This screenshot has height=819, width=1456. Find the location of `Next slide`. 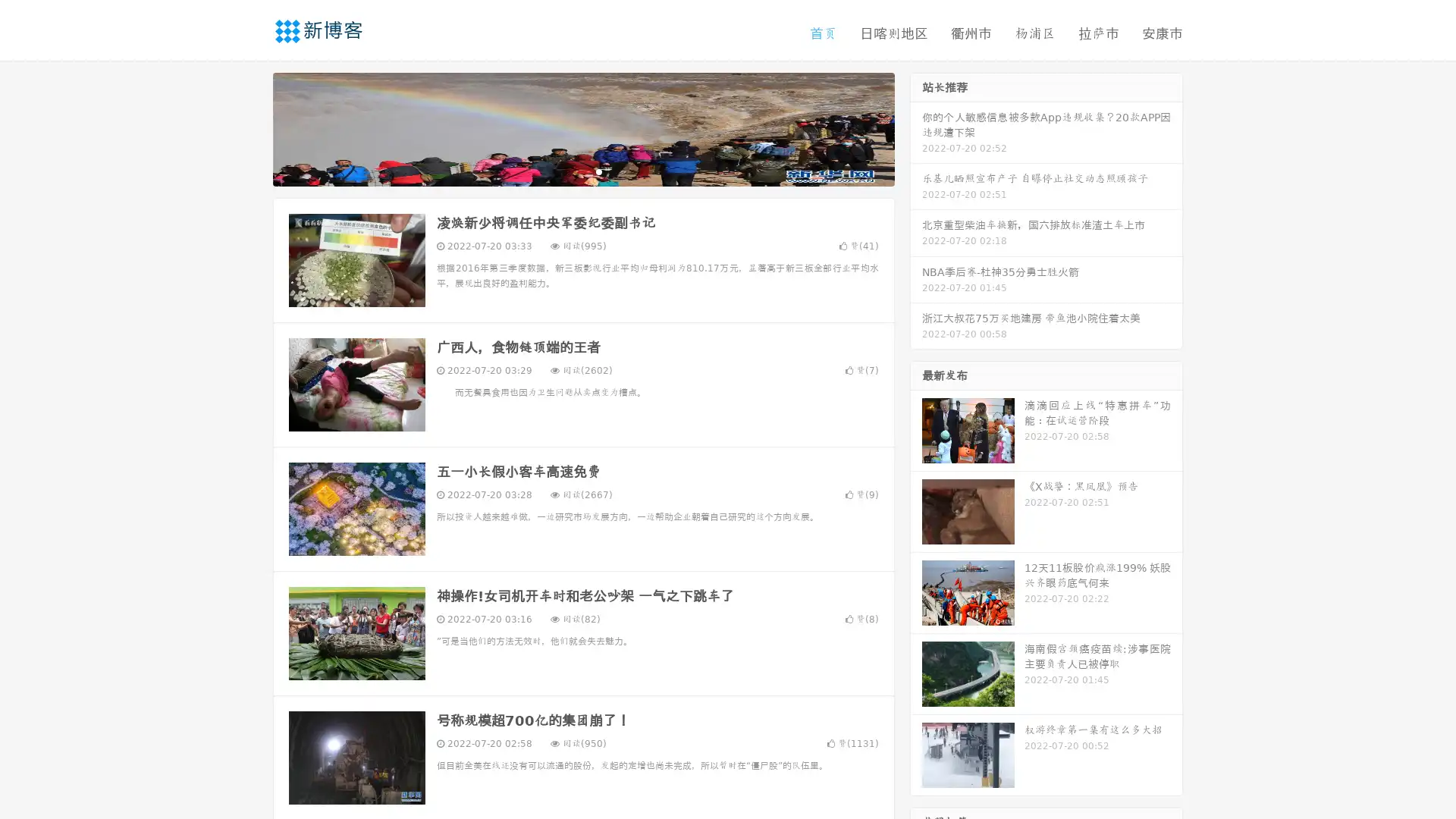

Next slide is located at coordinates (916, 127).